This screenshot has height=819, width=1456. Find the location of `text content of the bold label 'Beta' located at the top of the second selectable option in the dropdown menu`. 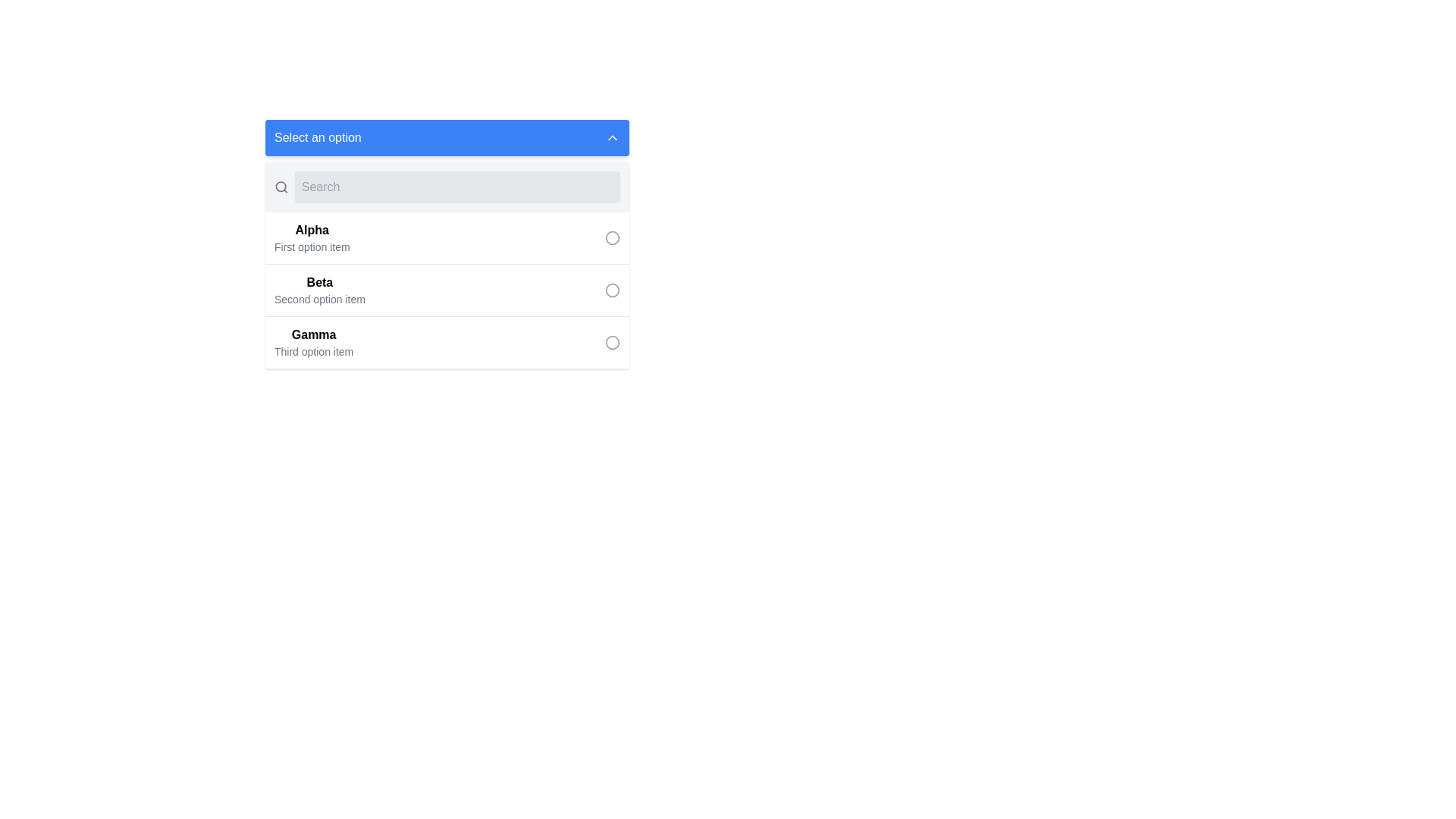

text content of the bold label 'Beta' located at the top of the second selectable option in the dropdown menu is located at coordinates (319, 283).